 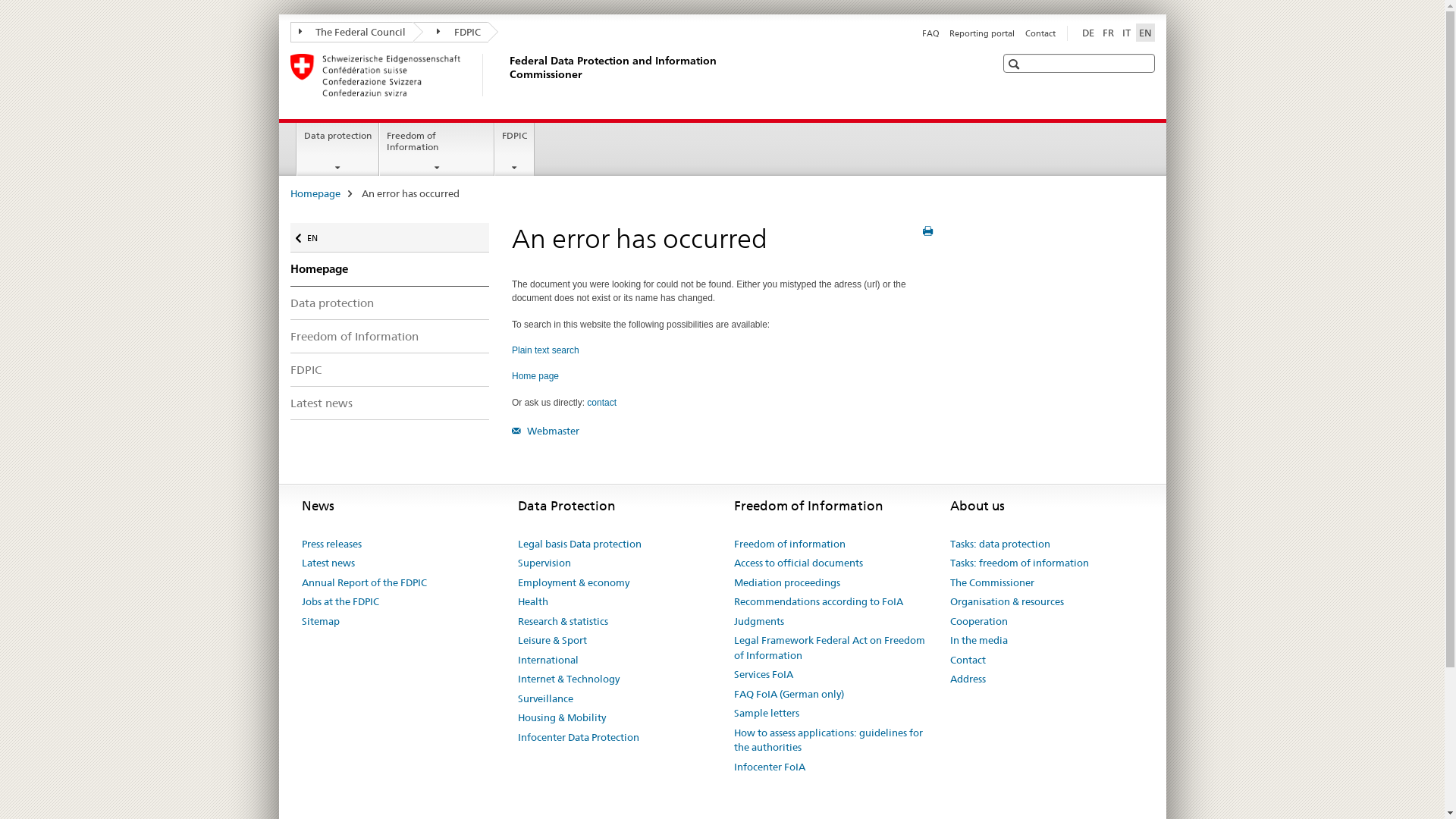 What do you see at coordinates (544, 698) in the screenshot?
I see `'Surveillance'` at bounding box center [544, 698].